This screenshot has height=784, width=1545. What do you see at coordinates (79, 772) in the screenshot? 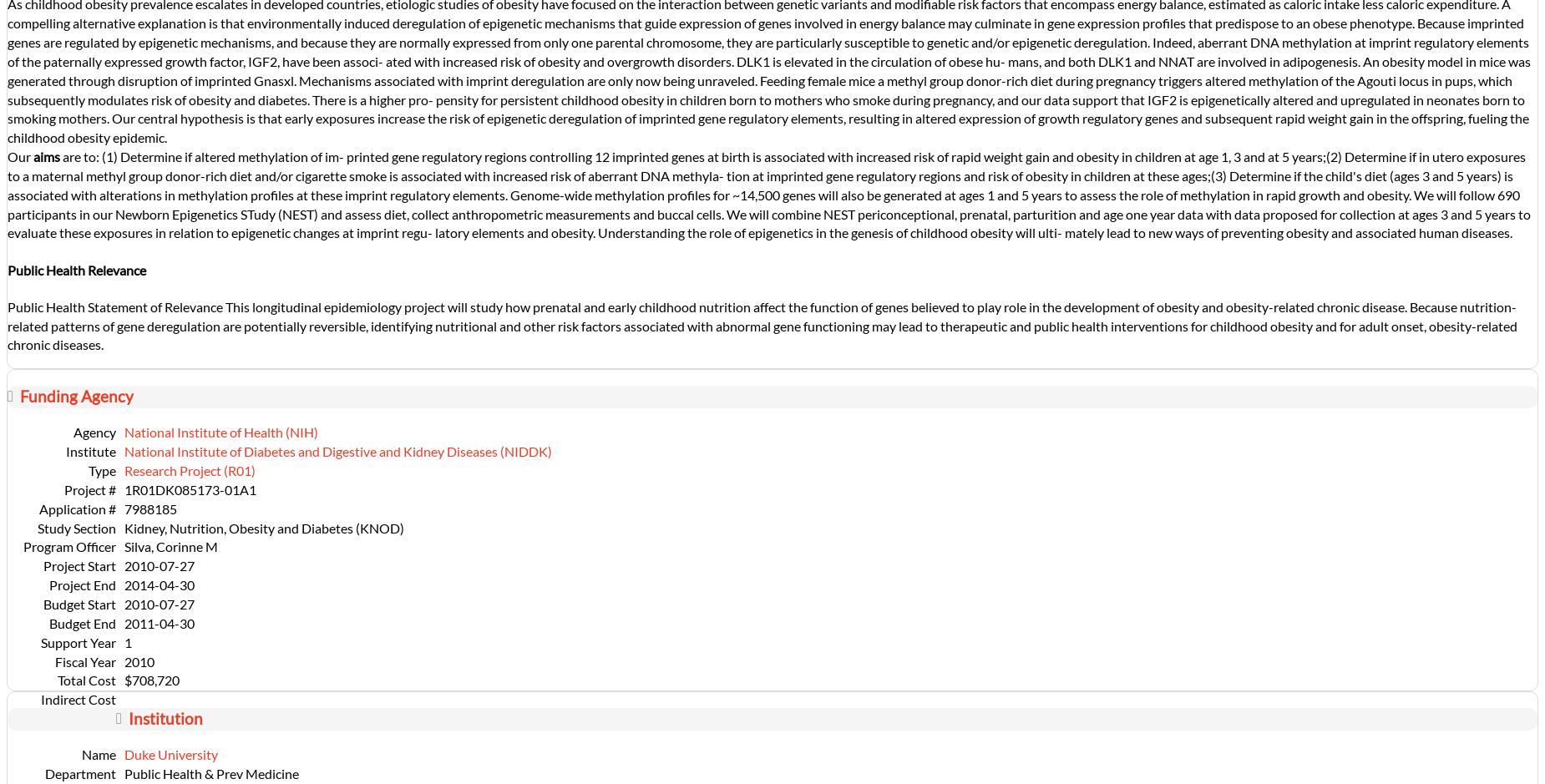
I see `'Department'` at bounding box center [79, 772].